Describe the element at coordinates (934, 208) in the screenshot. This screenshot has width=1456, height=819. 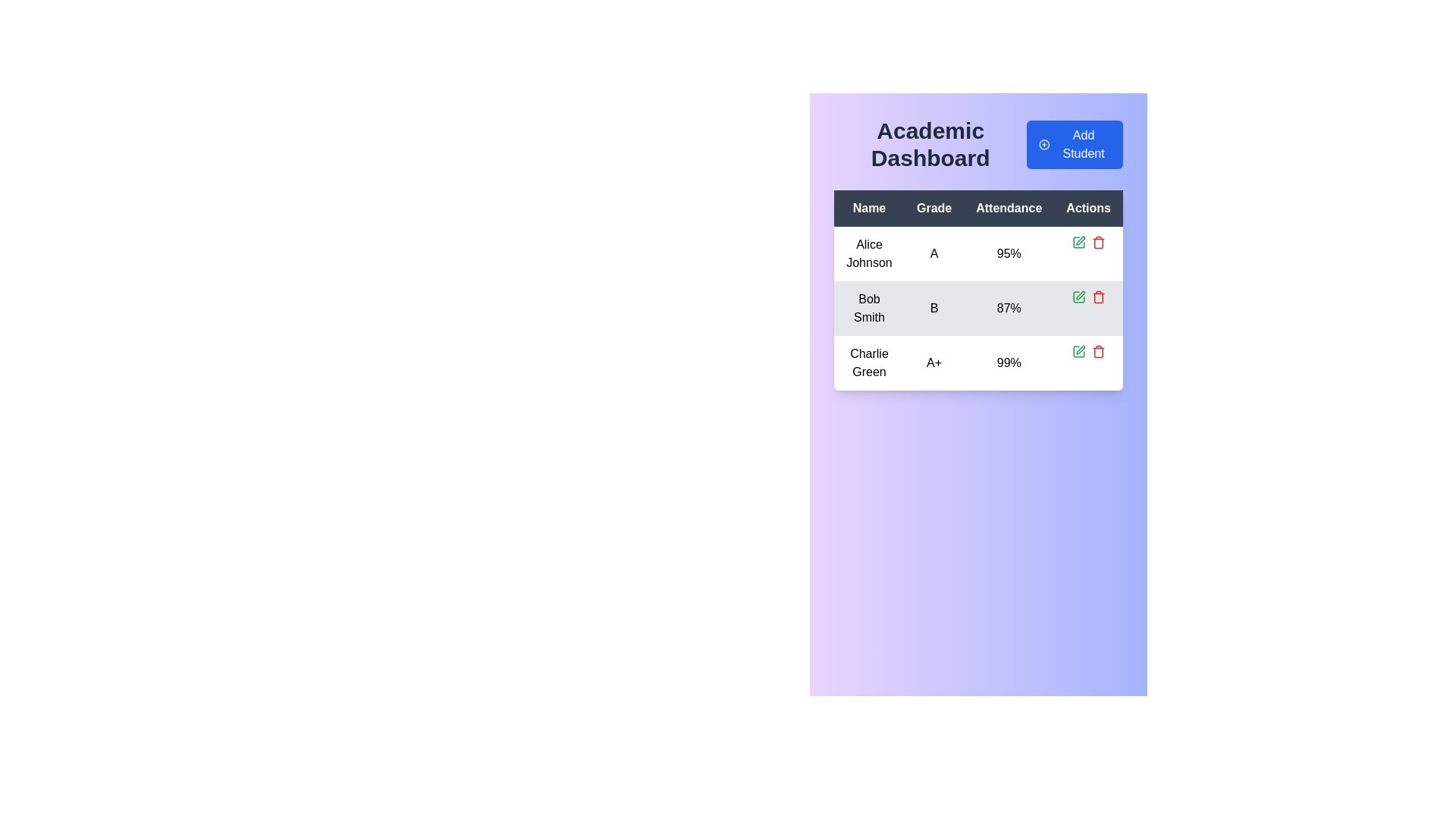
I see `the 'Grade' column header cell in the table, which is the second item in the header row that includes 'Name', 'Grade', 'Attendance', and 'Actions'` at that location.